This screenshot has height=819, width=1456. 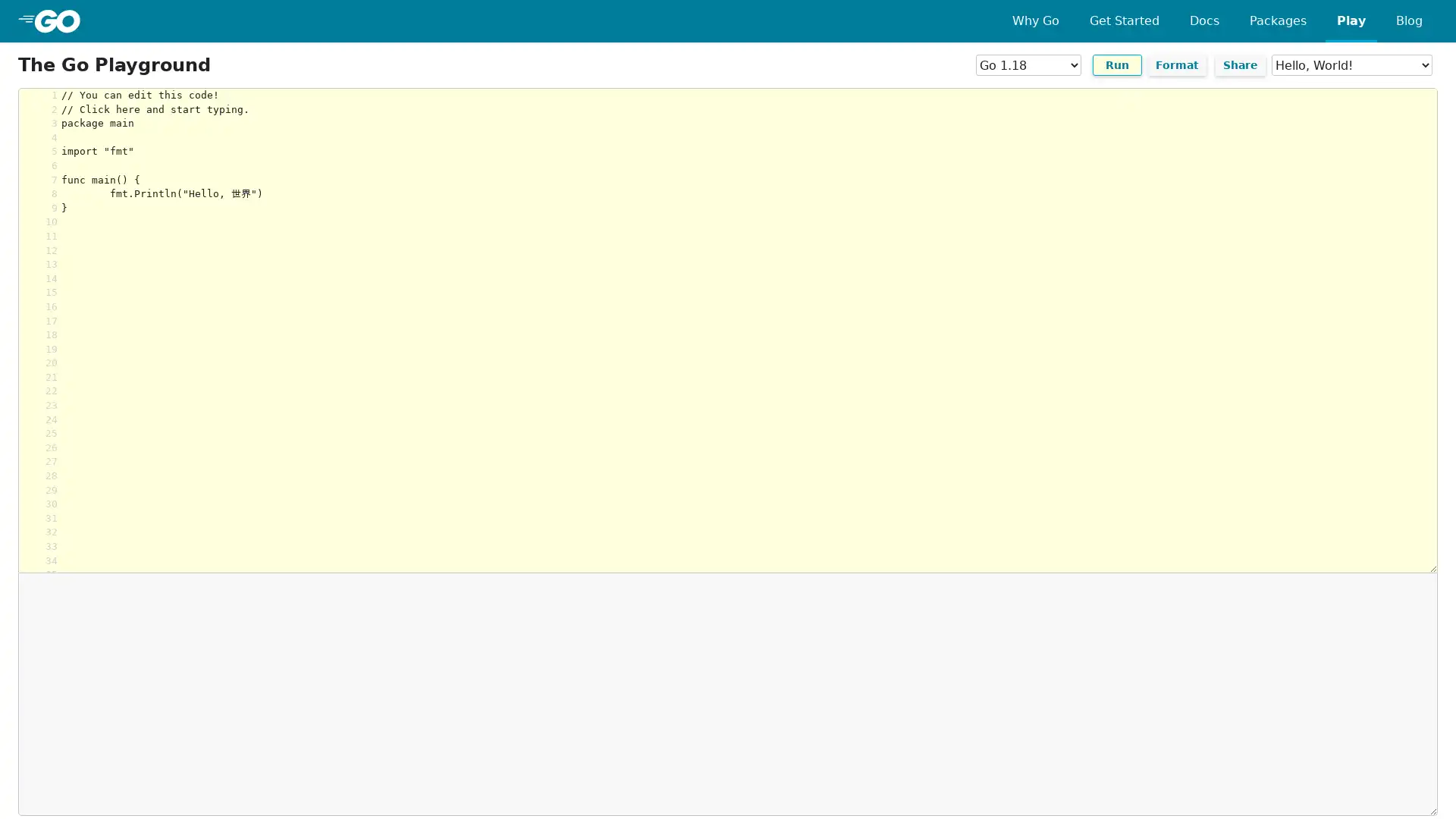 I want to click on Format, so click(x=1176, y=64).